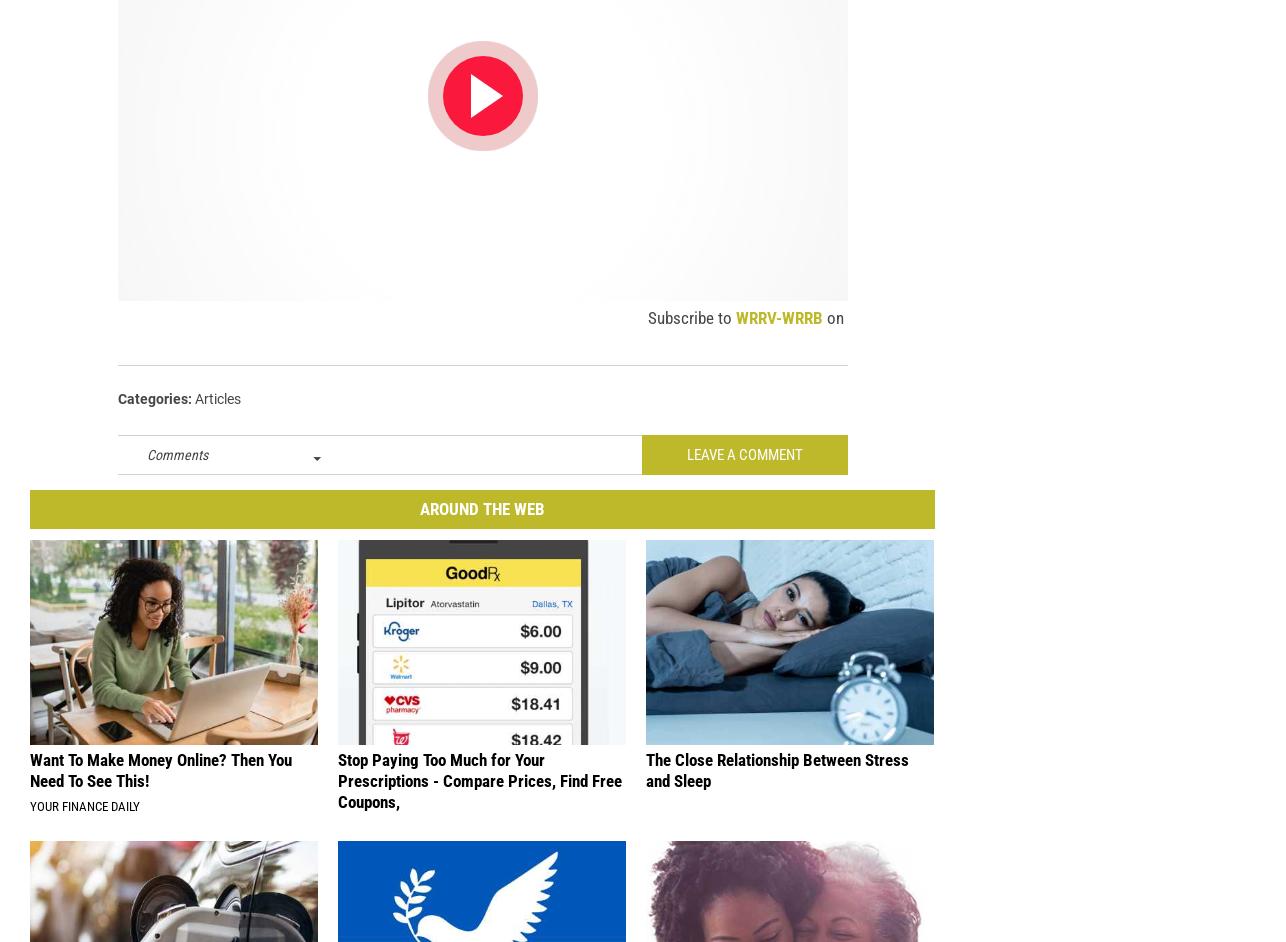 This screenshot has height=942, width=1286. Describe the element at coordinates (153, 409) in the screenshot. I see `'Categories'` at that location.